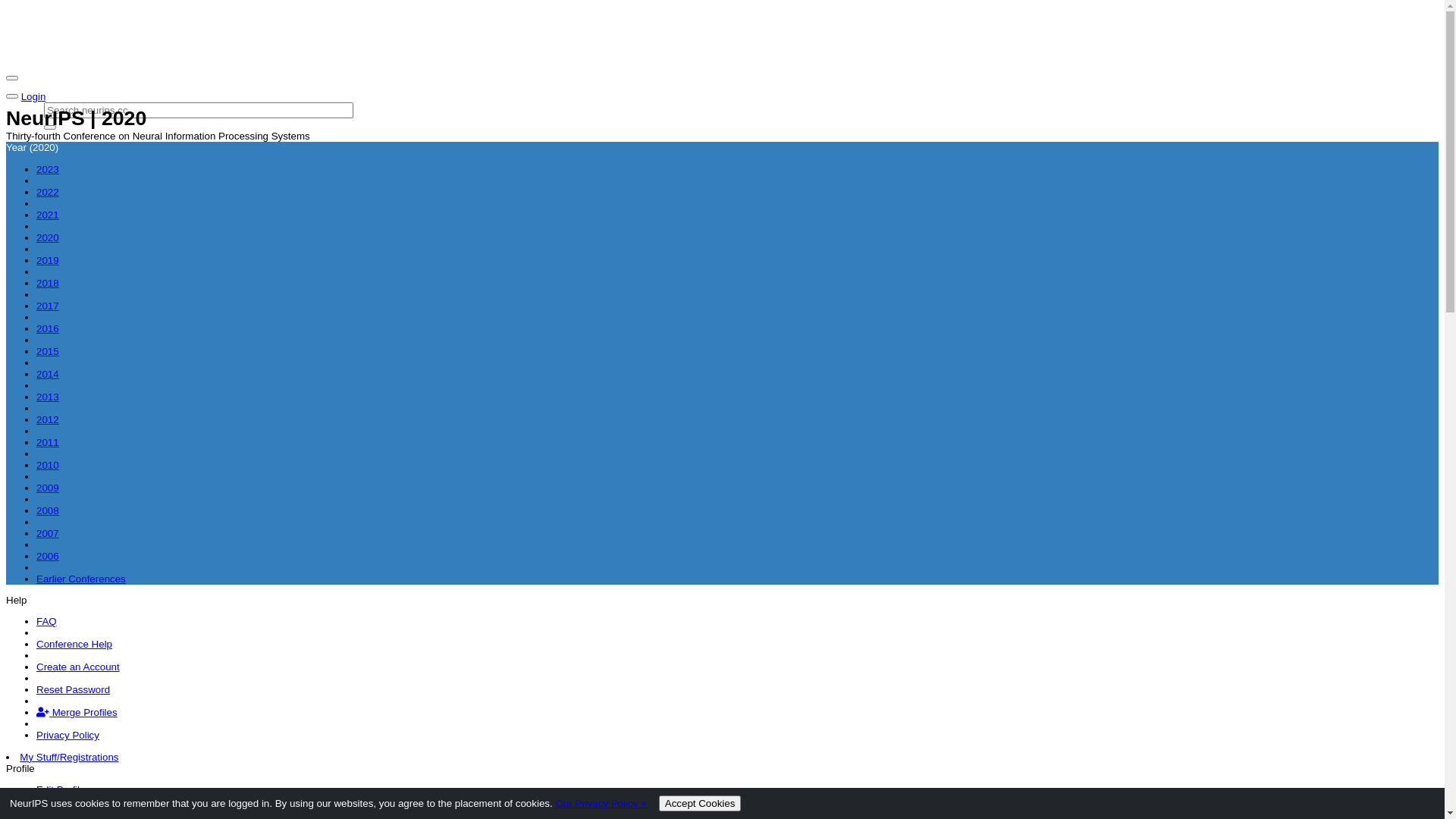 This screenshot has width=1456, height=819. What do you see at coordinates (76, 712) in the screenshot?
I see `'Merge Profiles'` at bounding box center [76, 712].